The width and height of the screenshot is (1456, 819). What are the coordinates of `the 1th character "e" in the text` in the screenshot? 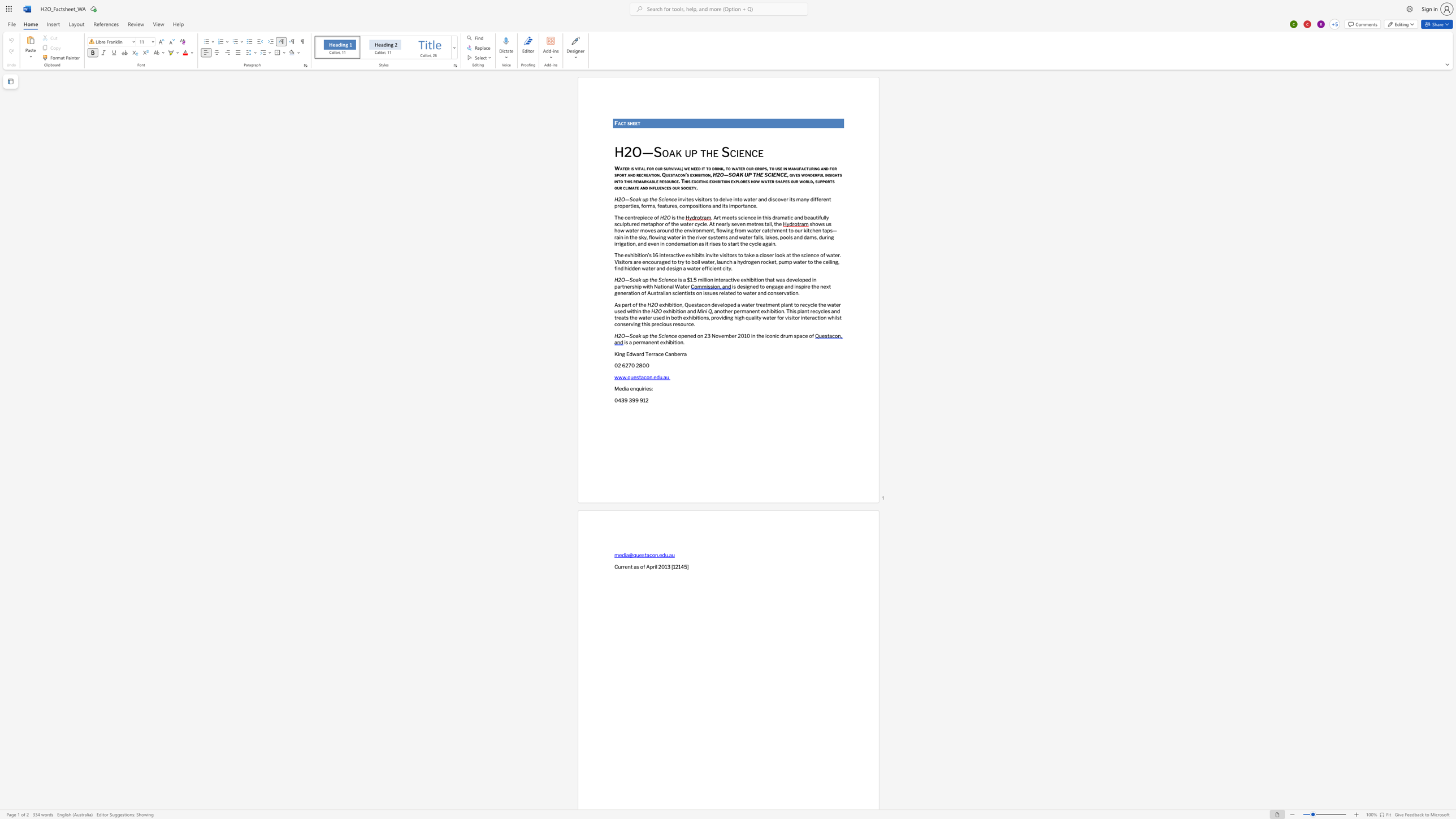 It's located at (626, 168).